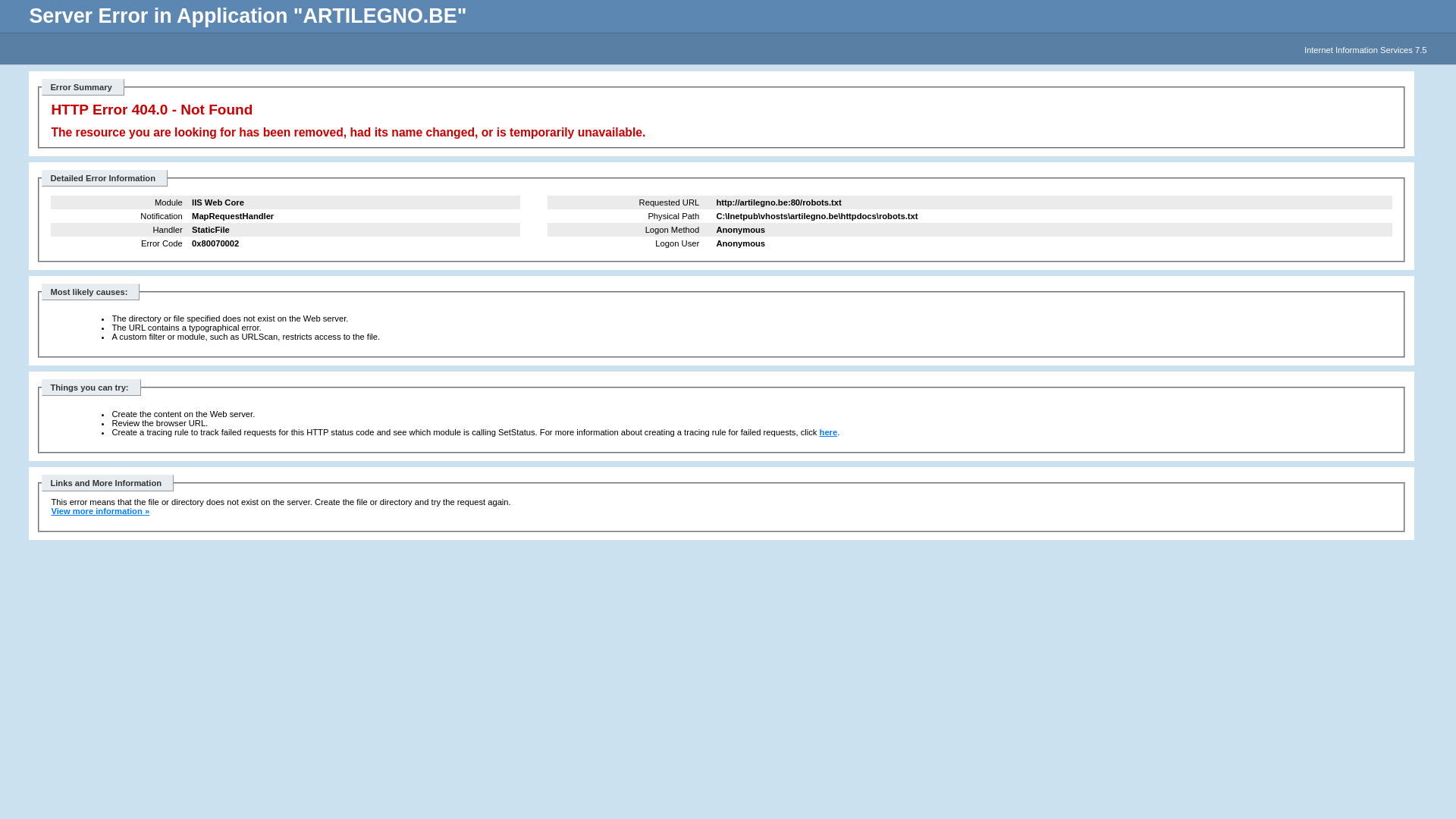  Describe the element at coordinates (828, 432) in the screenshot. I see `'here'` at that location.